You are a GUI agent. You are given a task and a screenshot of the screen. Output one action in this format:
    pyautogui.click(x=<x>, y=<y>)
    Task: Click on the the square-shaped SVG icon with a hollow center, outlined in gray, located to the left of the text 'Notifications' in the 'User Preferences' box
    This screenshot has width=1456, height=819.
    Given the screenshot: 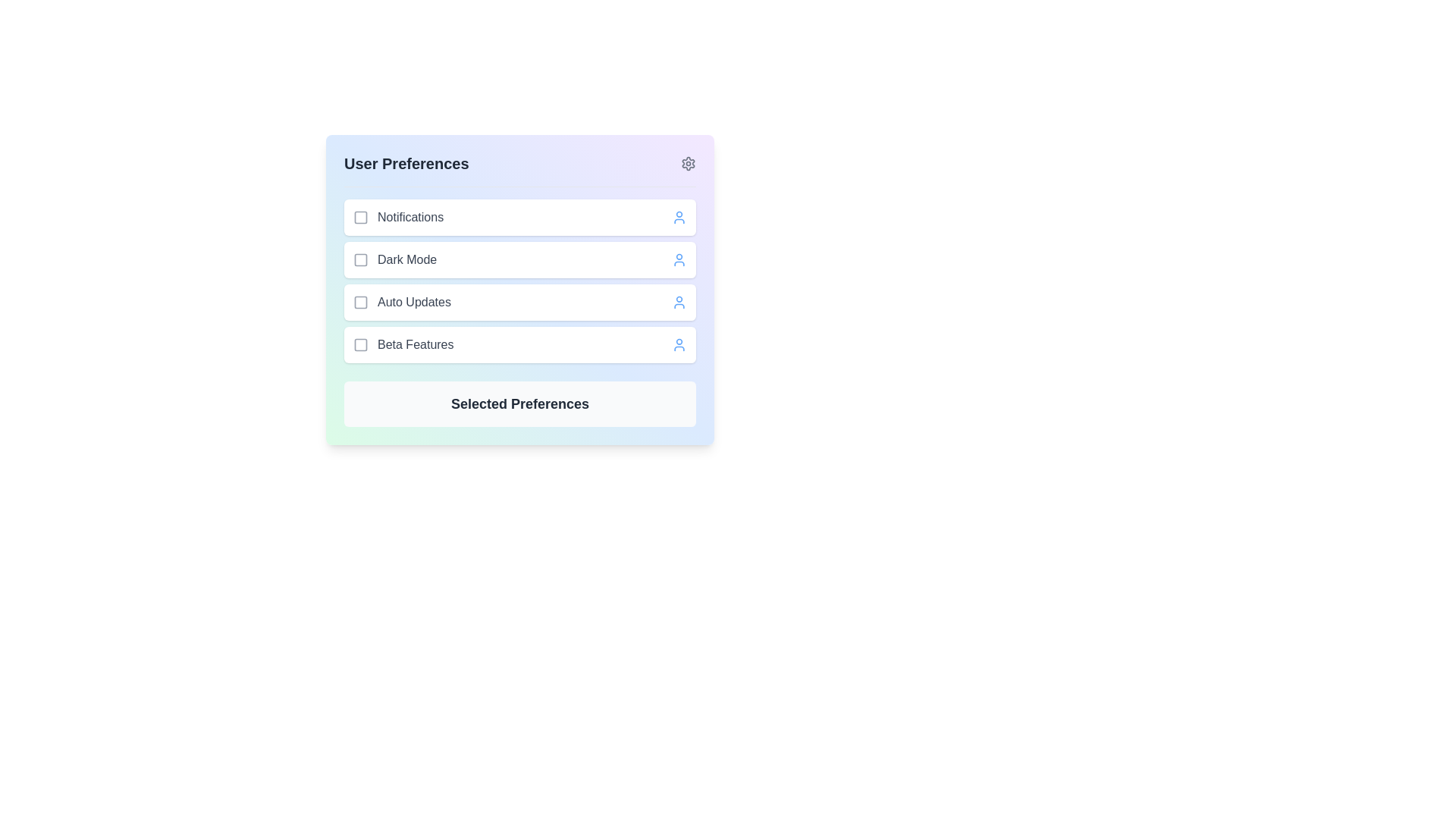 What is the action you would take?
    pyautogui.click(x=359, y=217)
    